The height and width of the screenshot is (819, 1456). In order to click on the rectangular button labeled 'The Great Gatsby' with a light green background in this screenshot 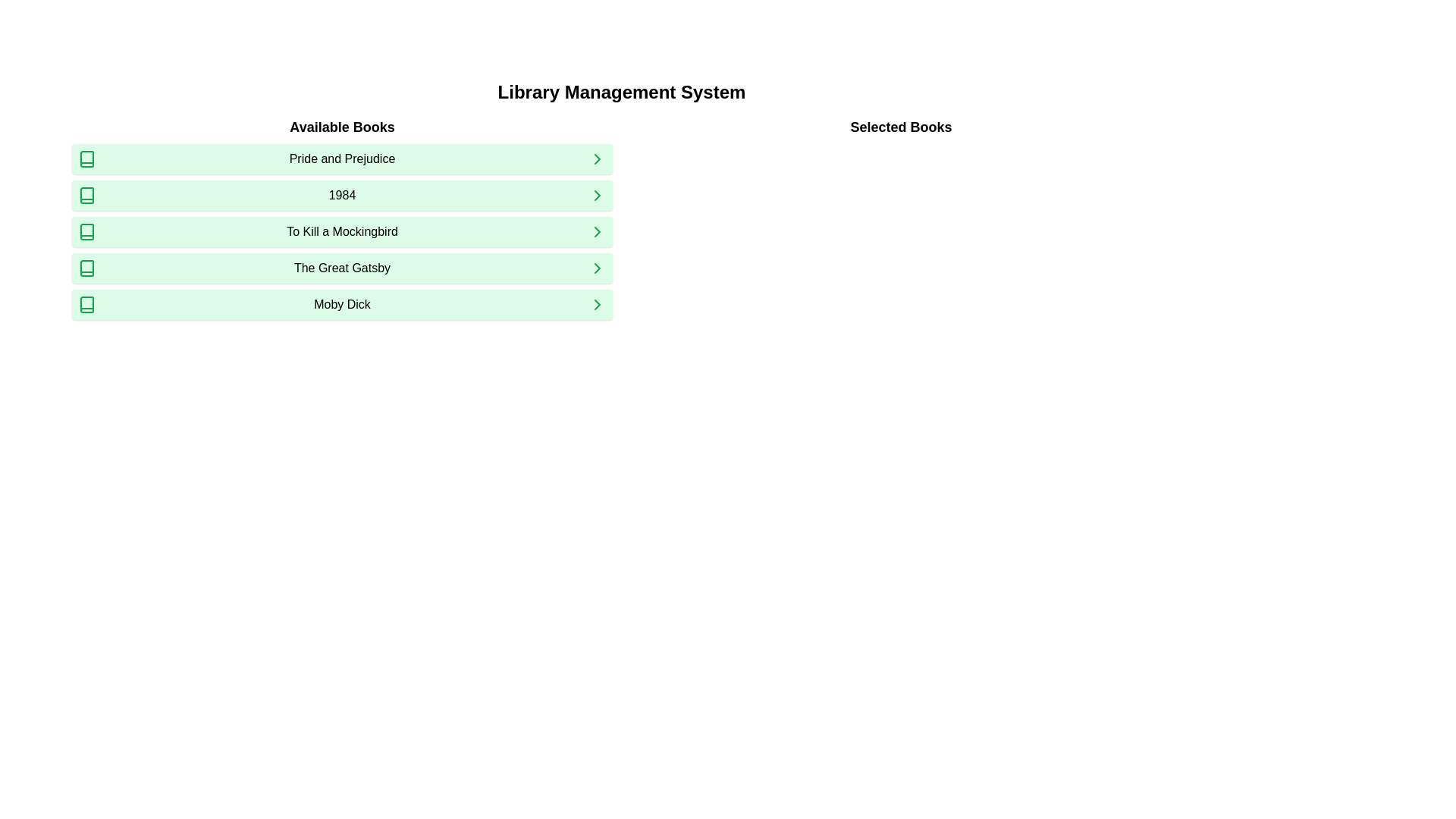, I will do `click(341, 268)`.